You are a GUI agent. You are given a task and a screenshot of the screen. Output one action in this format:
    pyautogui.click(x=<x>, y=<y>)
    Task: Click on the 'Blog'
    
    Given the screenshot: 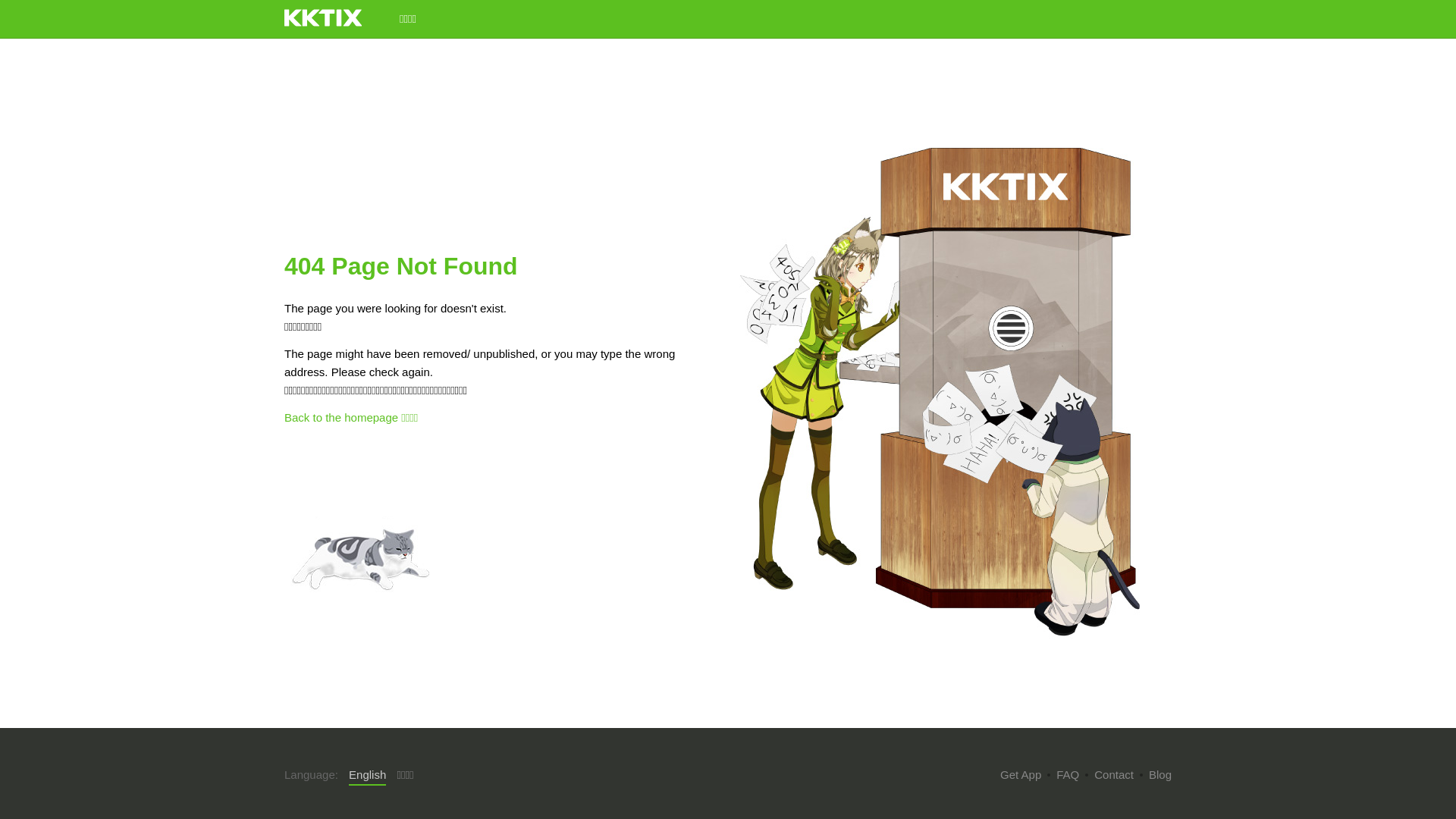 What is the action you would take?
    pyautogui.click(x=1159, y=774)
    